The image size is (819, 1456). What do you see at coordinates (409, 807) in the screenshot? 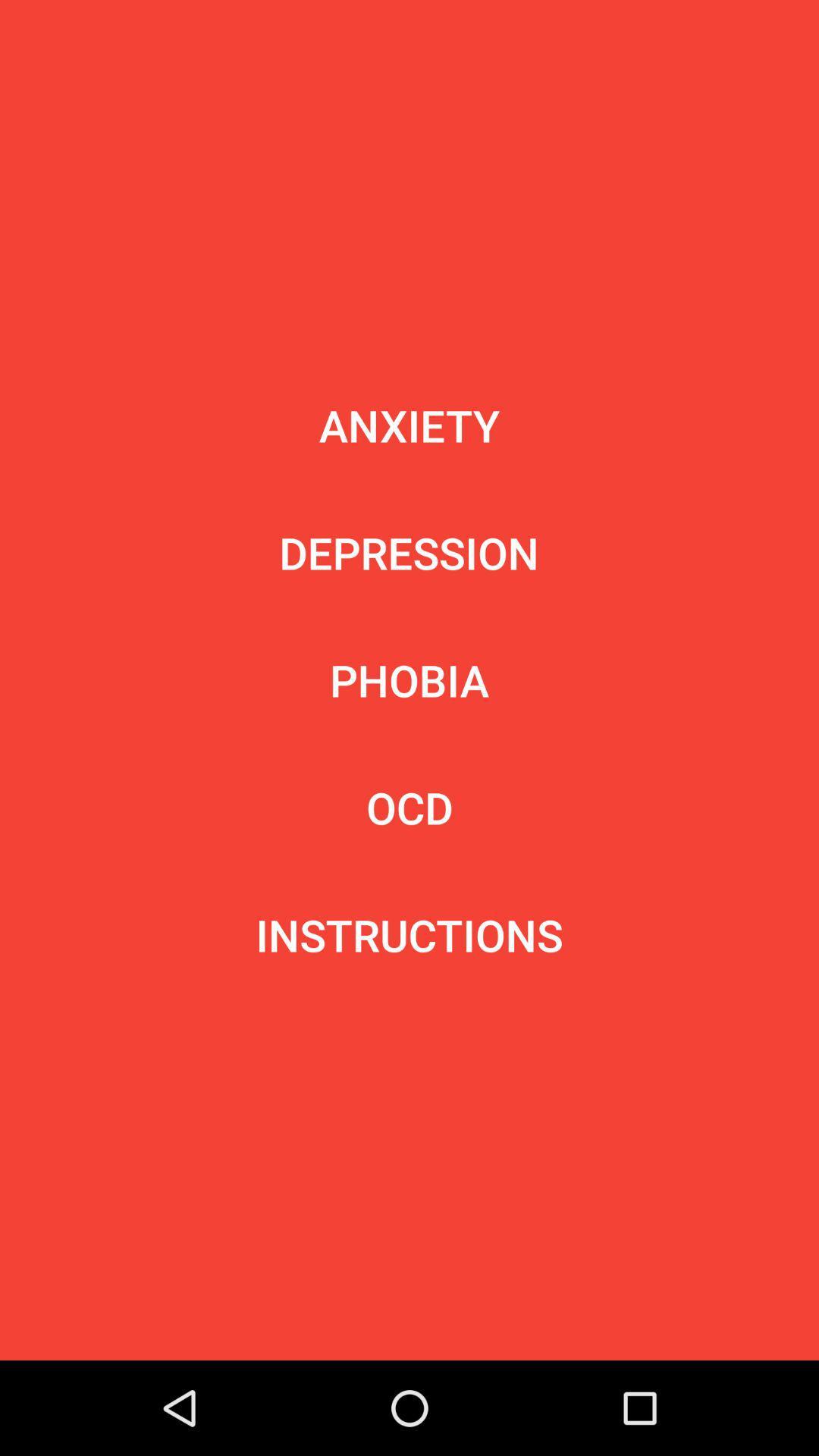
I see `ocd` at bounding box center [409, 807].